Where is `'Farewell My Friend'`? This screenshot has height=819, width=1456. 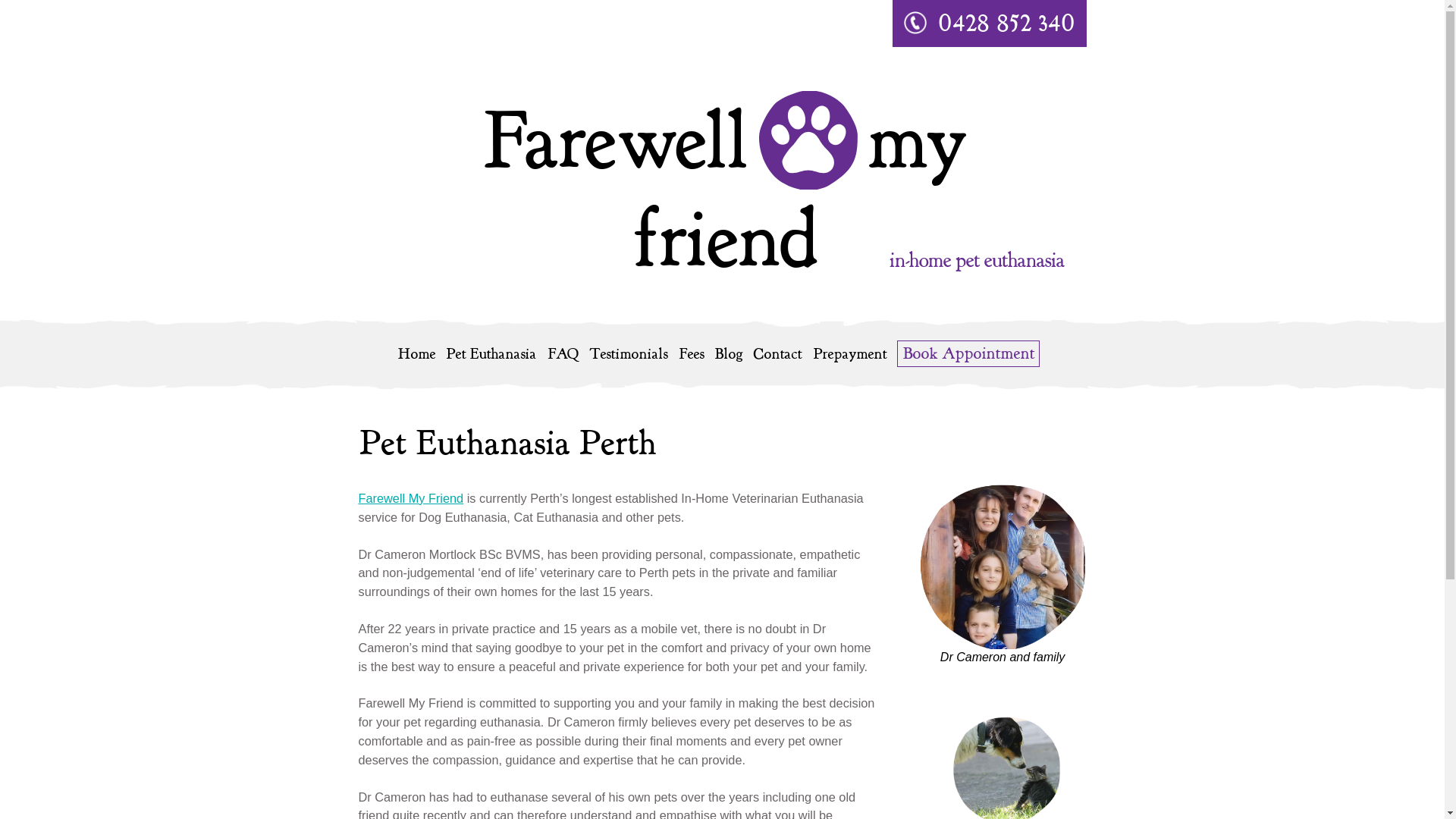 'Farewell My Friend' is located at coordinates (410, 497).